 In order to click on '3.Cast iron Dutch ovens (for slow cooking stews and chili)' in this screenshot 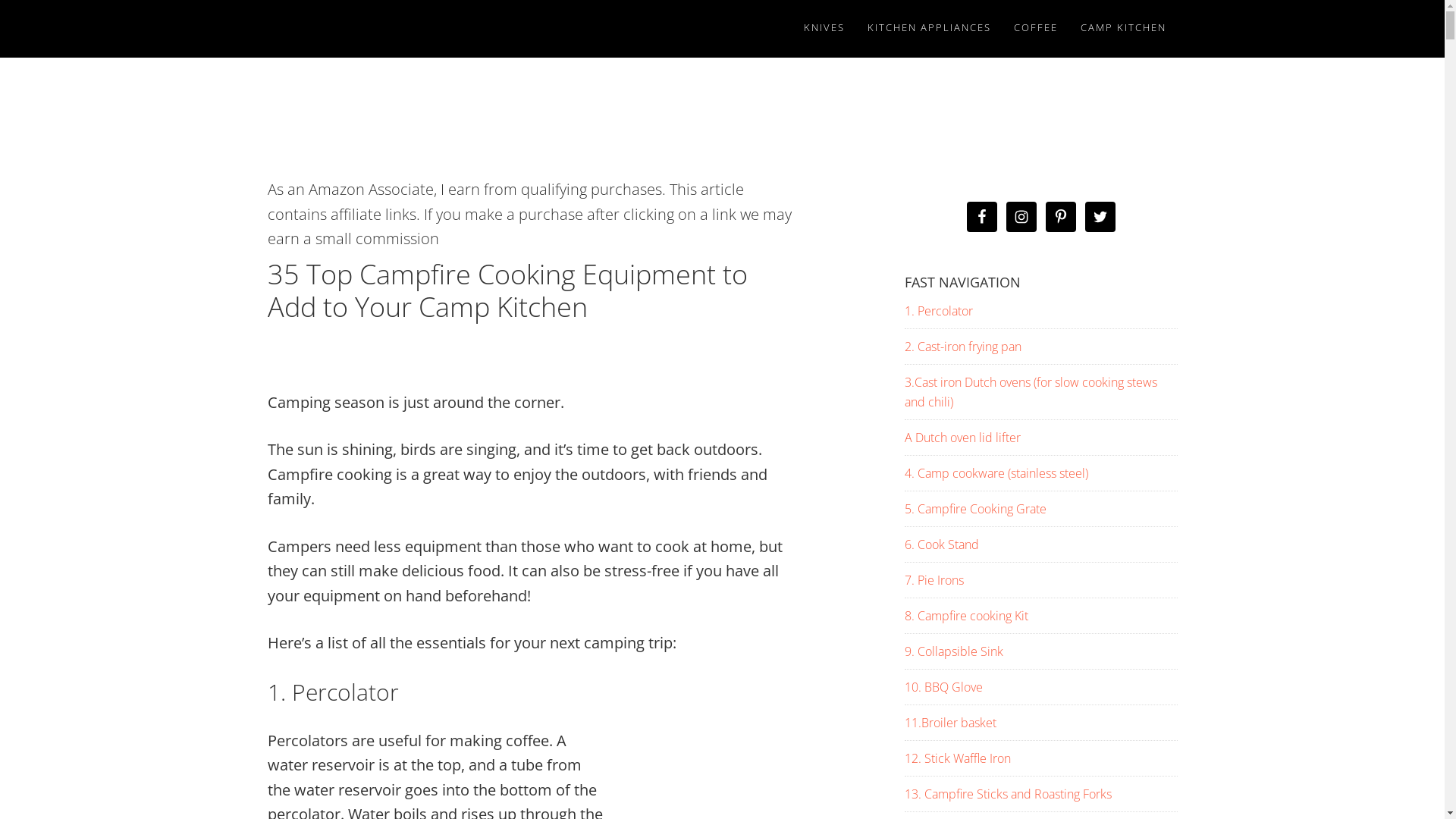, I will do `click(1030, 391)`.